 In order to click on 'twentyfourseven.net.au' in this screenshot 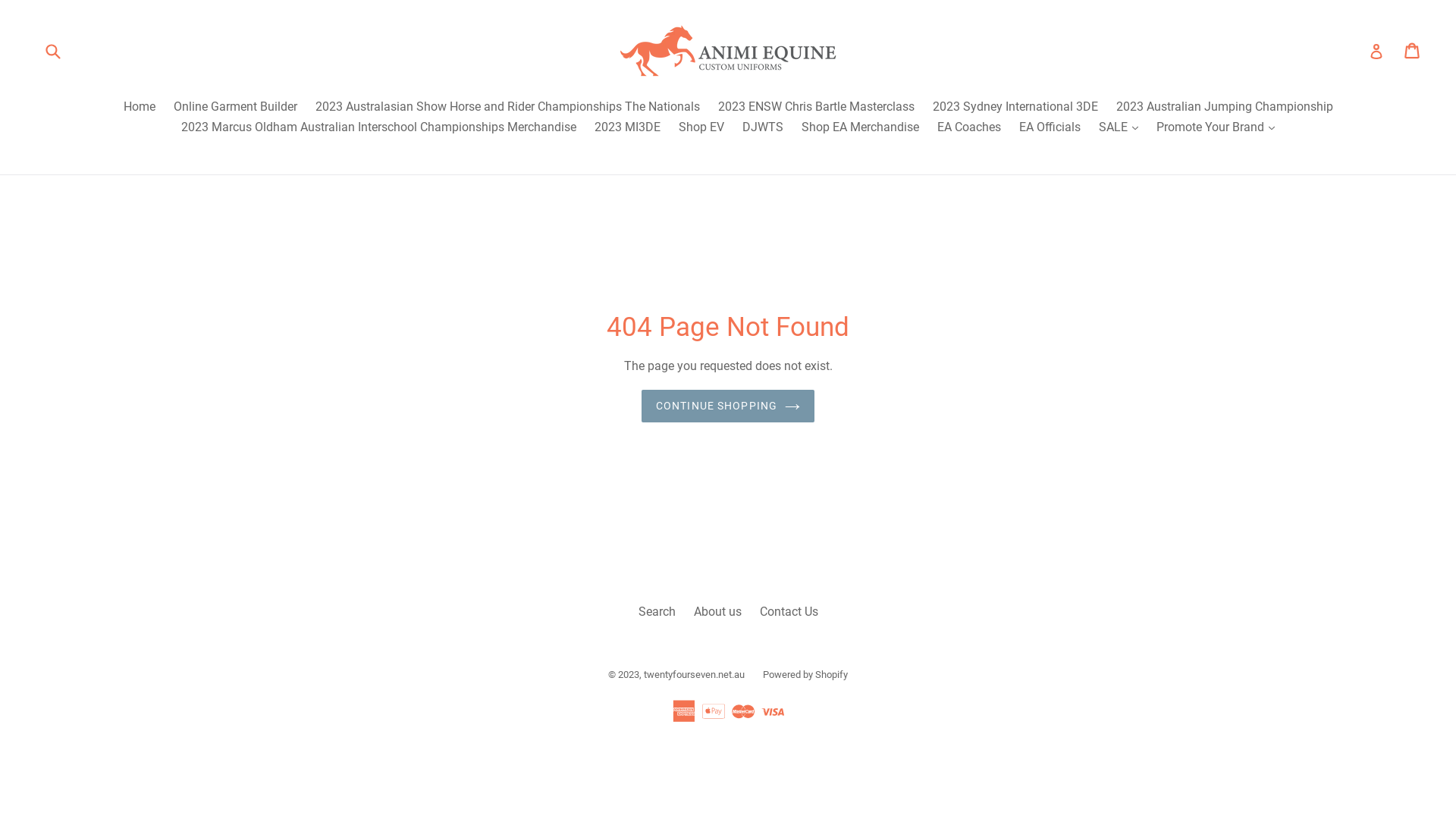, I will do `click(693, 673)`.